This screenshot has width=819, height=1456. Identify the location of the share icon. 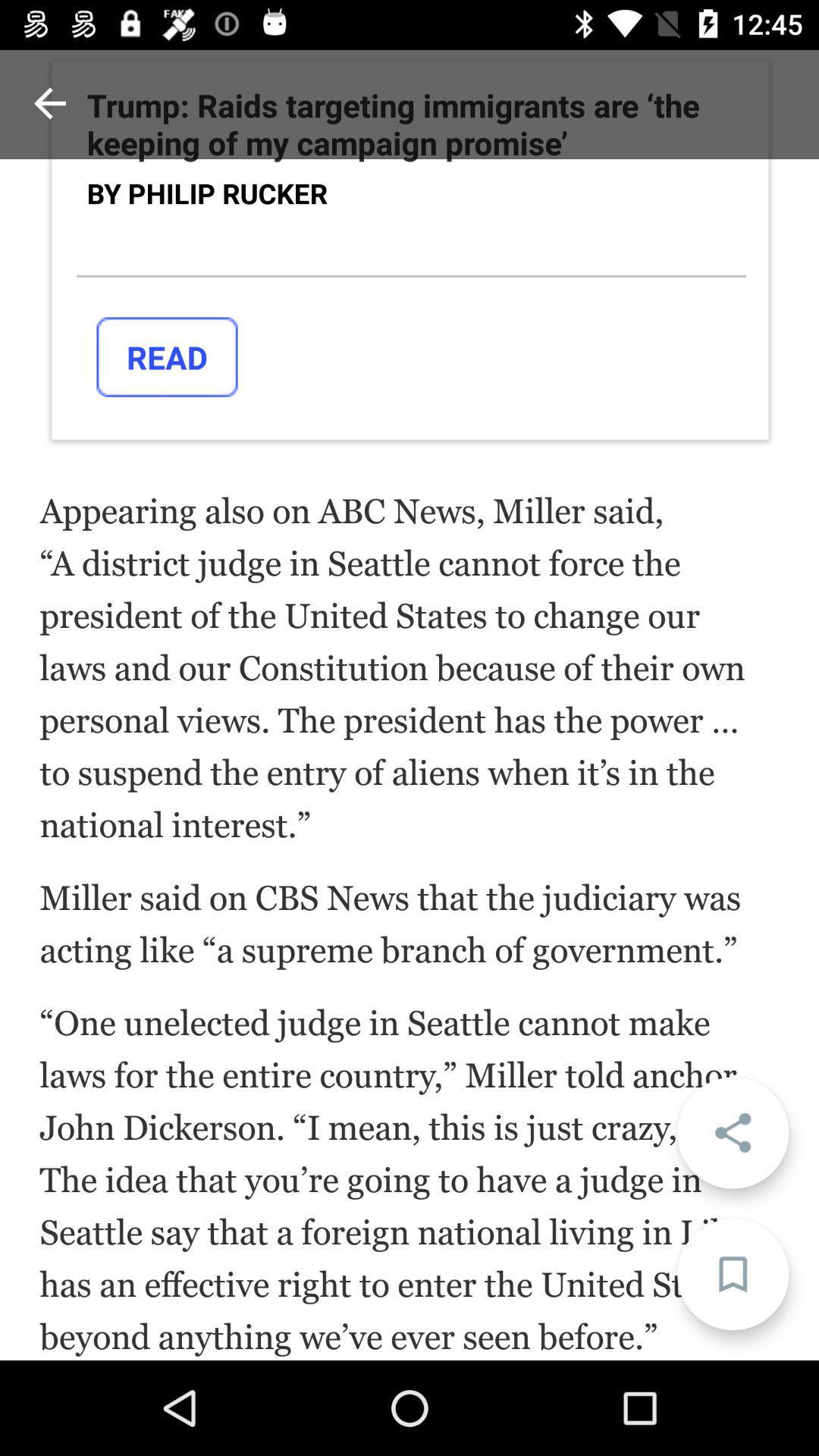
(732, 1132).